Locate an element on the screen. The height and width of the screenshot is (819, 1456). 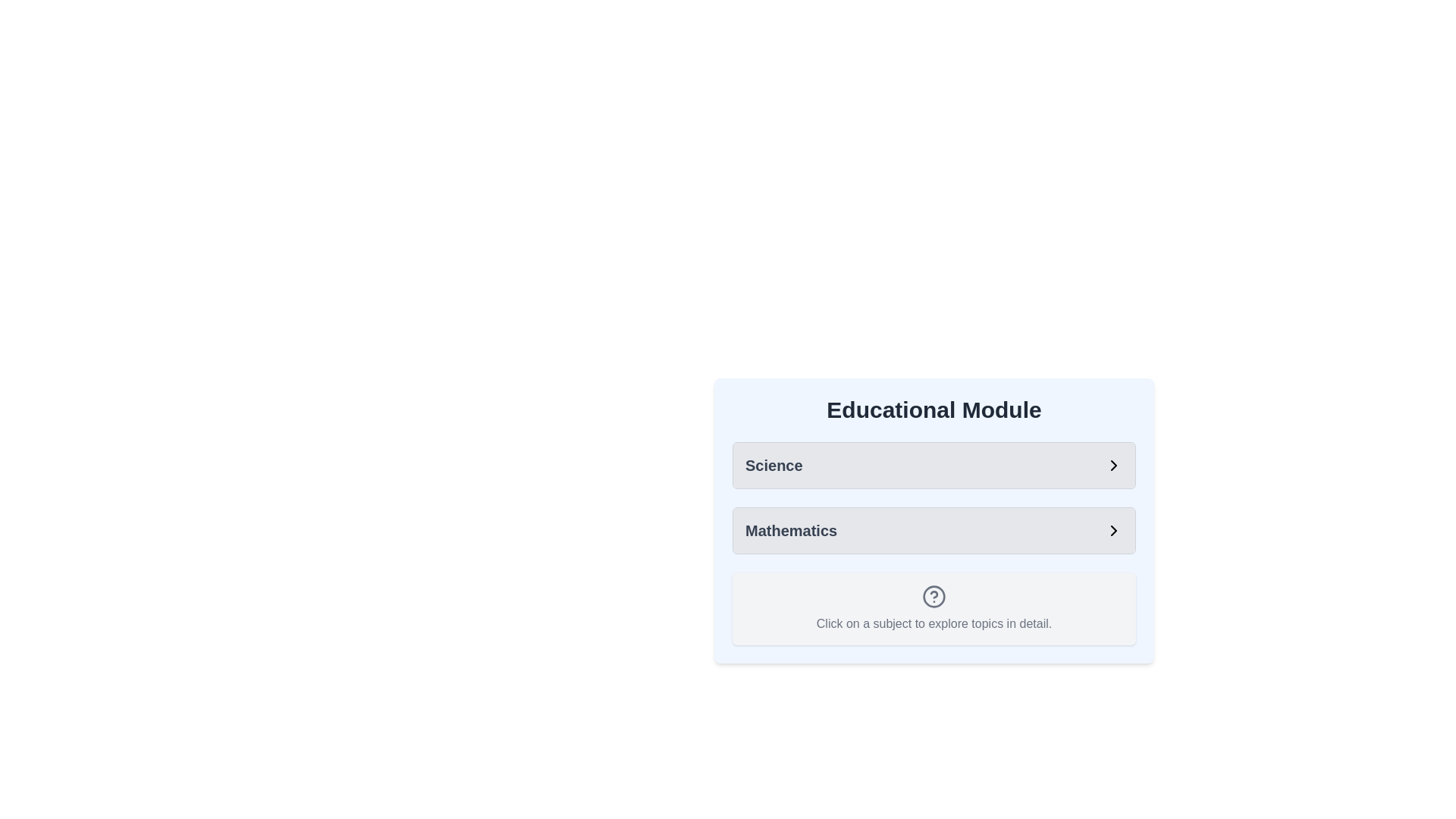
the right-pointing arrow icon in the Science section is located at coordinates (1113, 464).